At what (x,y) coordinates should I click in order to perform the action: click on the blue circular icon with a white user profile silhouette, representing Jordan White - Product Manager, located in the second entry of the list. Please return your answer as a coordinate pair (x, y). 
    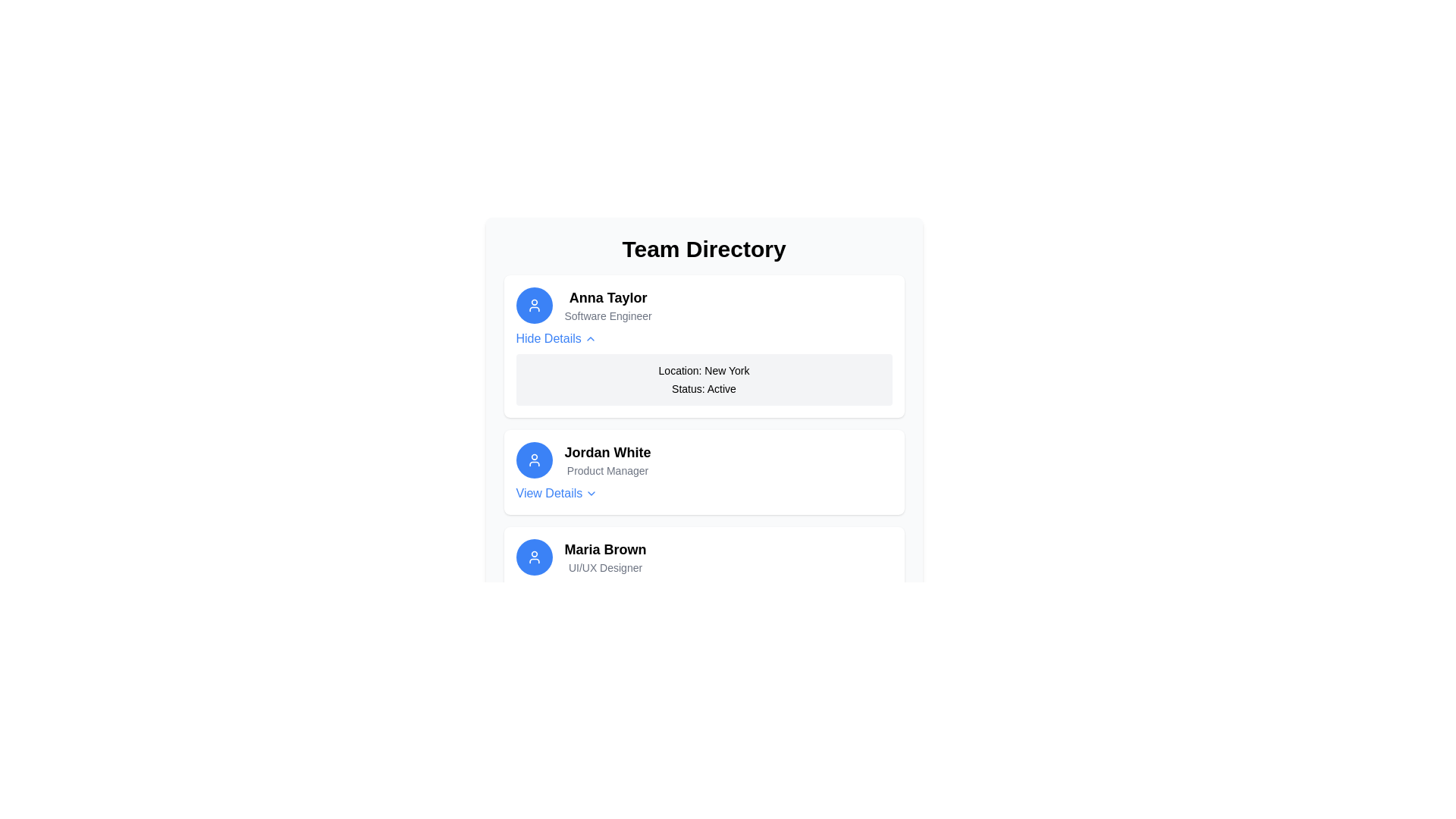
    Looking at the image, I should click on (534, 459).